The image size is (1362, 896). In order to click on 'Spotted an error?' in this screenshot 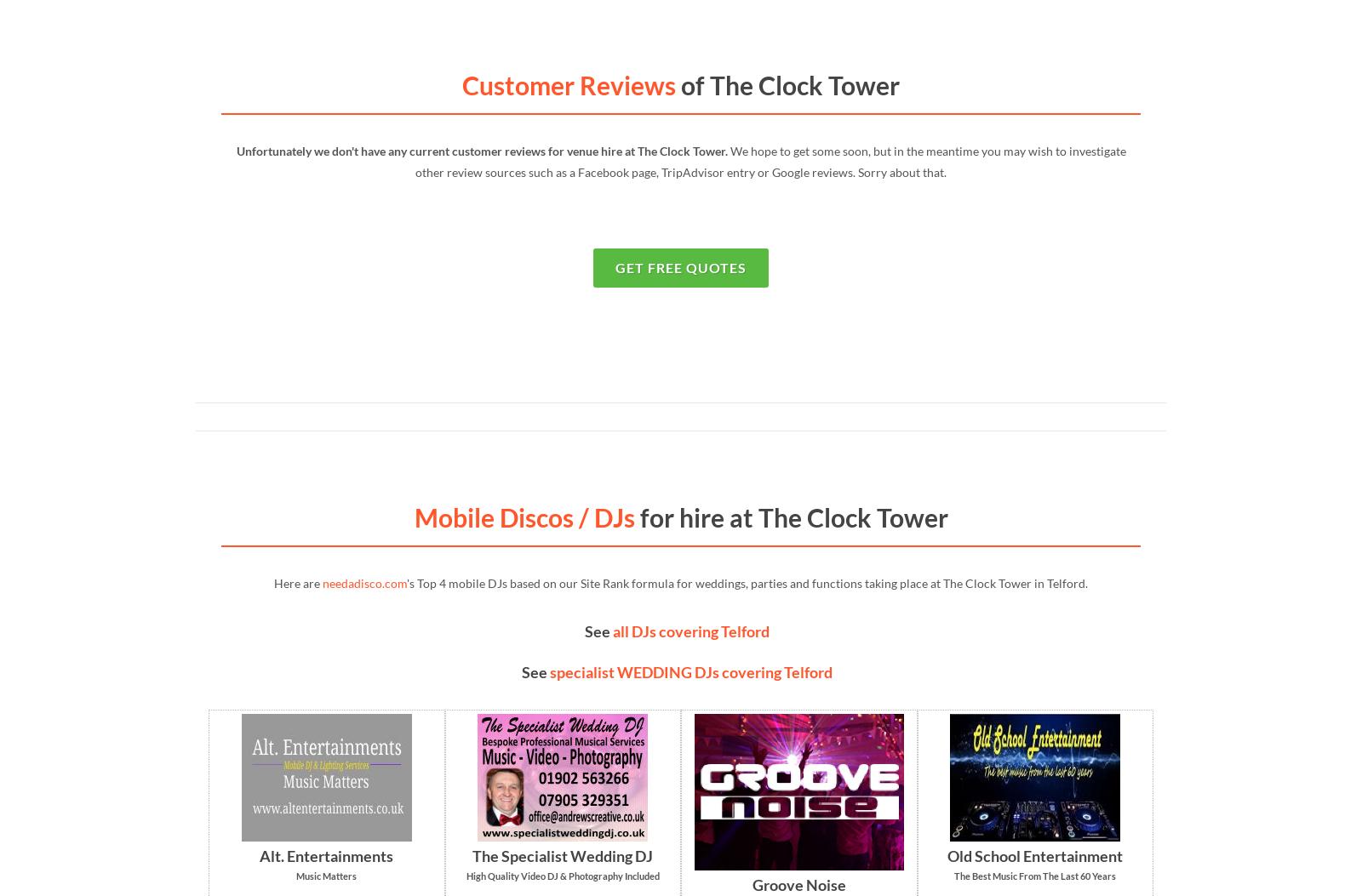, I will do `click(1044, 659)`.